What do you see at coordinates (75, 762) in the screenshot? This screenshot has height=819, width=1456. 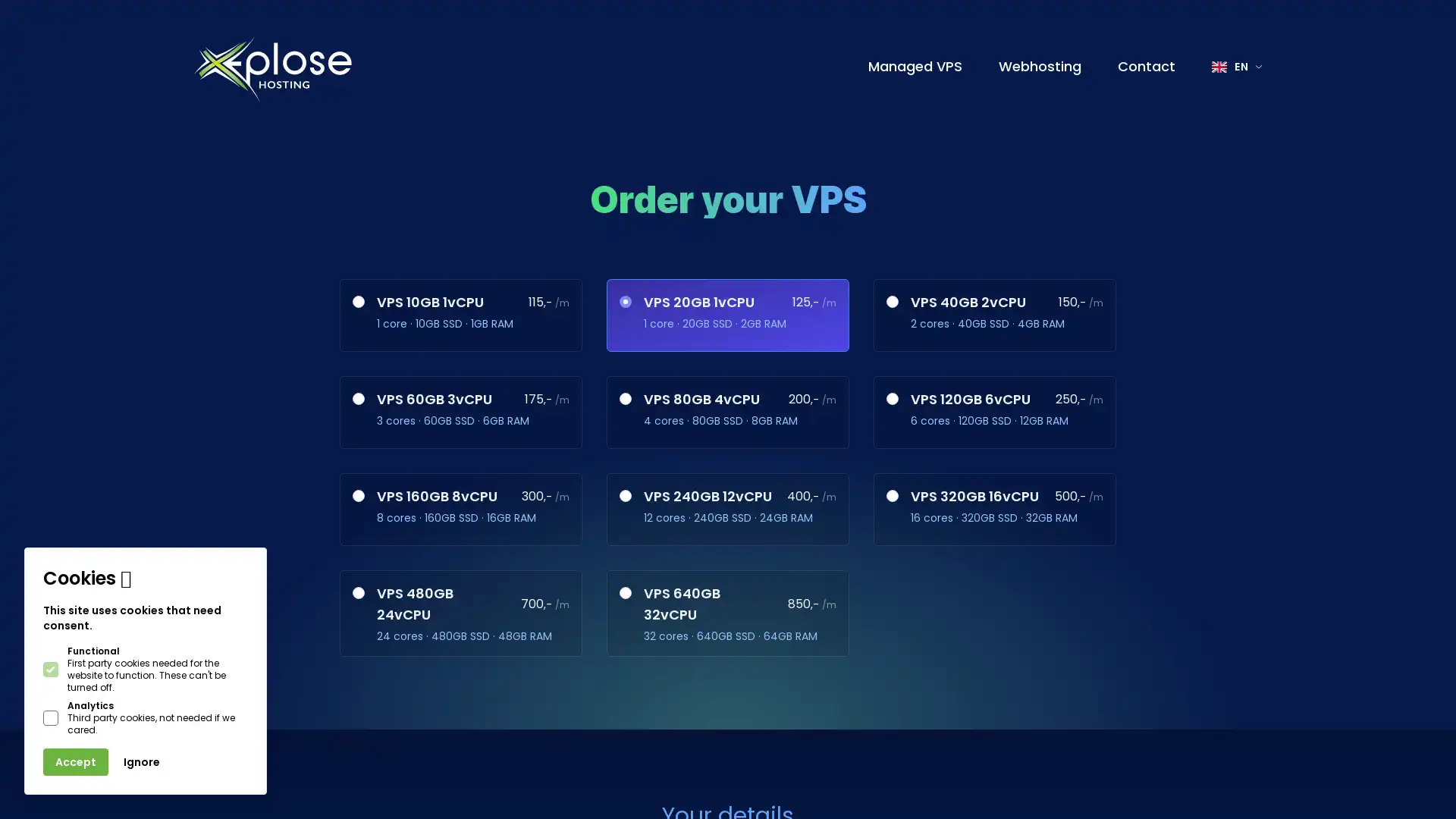 I see `Accept` at bounding box center [75, 762].